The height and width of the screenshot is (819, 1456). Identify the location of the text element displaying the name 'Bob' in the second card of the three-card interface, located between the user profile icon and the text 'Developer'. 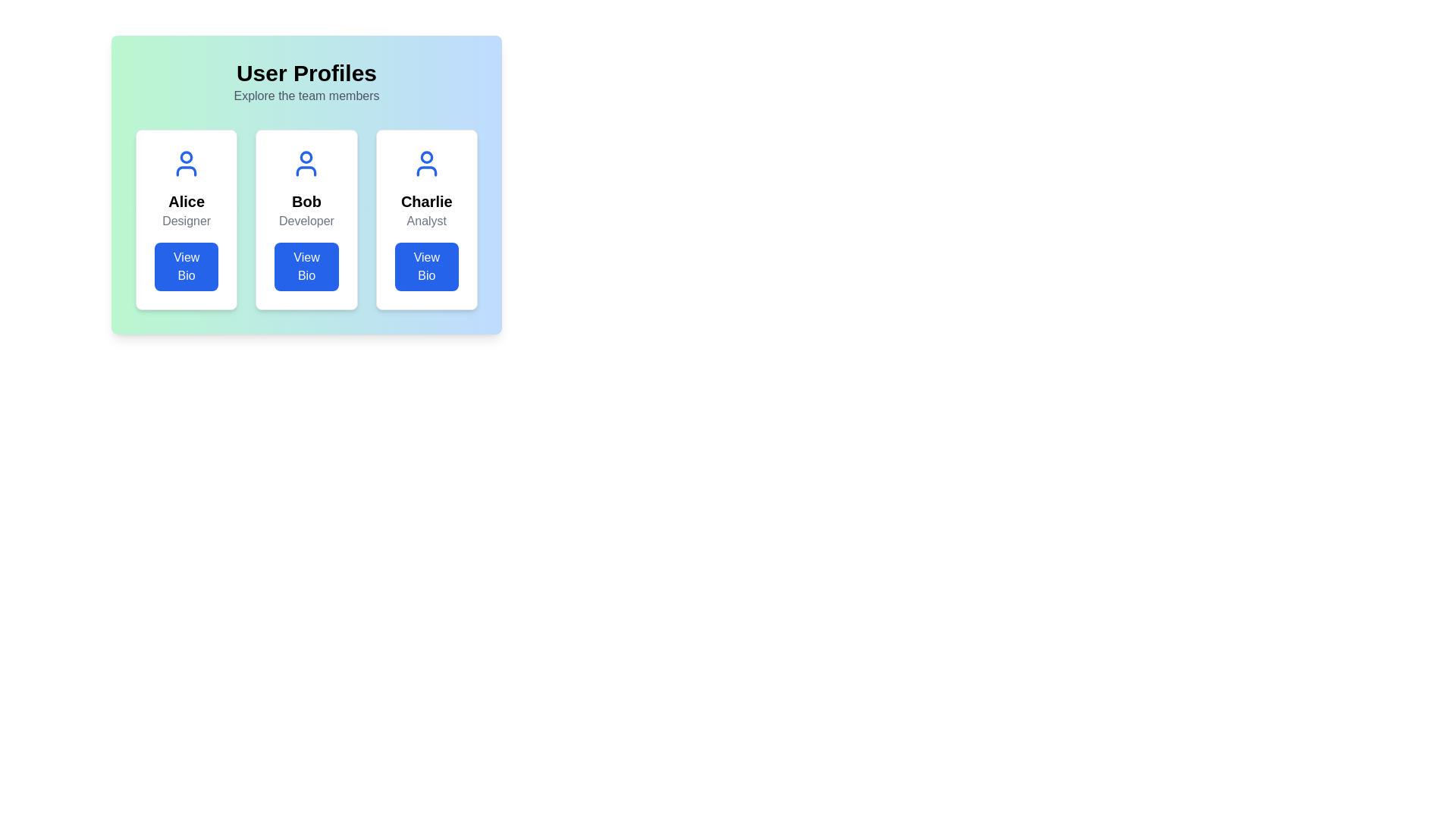
(306, 201).